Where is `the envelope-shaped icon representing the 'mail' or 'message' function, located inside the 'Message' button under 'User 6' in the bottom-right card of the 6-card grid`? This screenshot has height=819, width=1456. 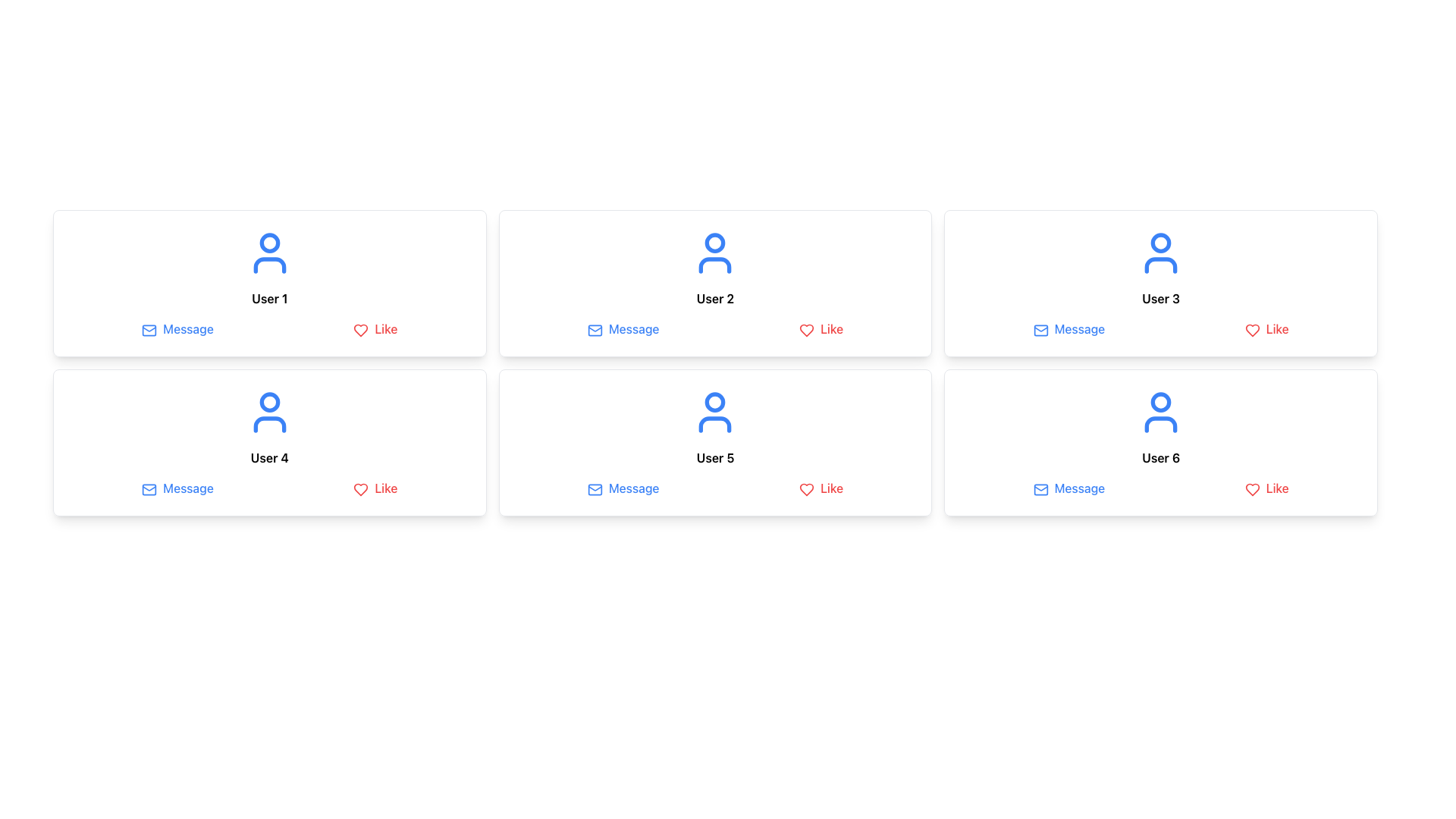
the envelope-shaped icon representing the 'mail' or 'message' function, located inside the 'Message' button under 'User 6' in the bottom-right card of the 6-card grid is located at coordinates (1040, 489).